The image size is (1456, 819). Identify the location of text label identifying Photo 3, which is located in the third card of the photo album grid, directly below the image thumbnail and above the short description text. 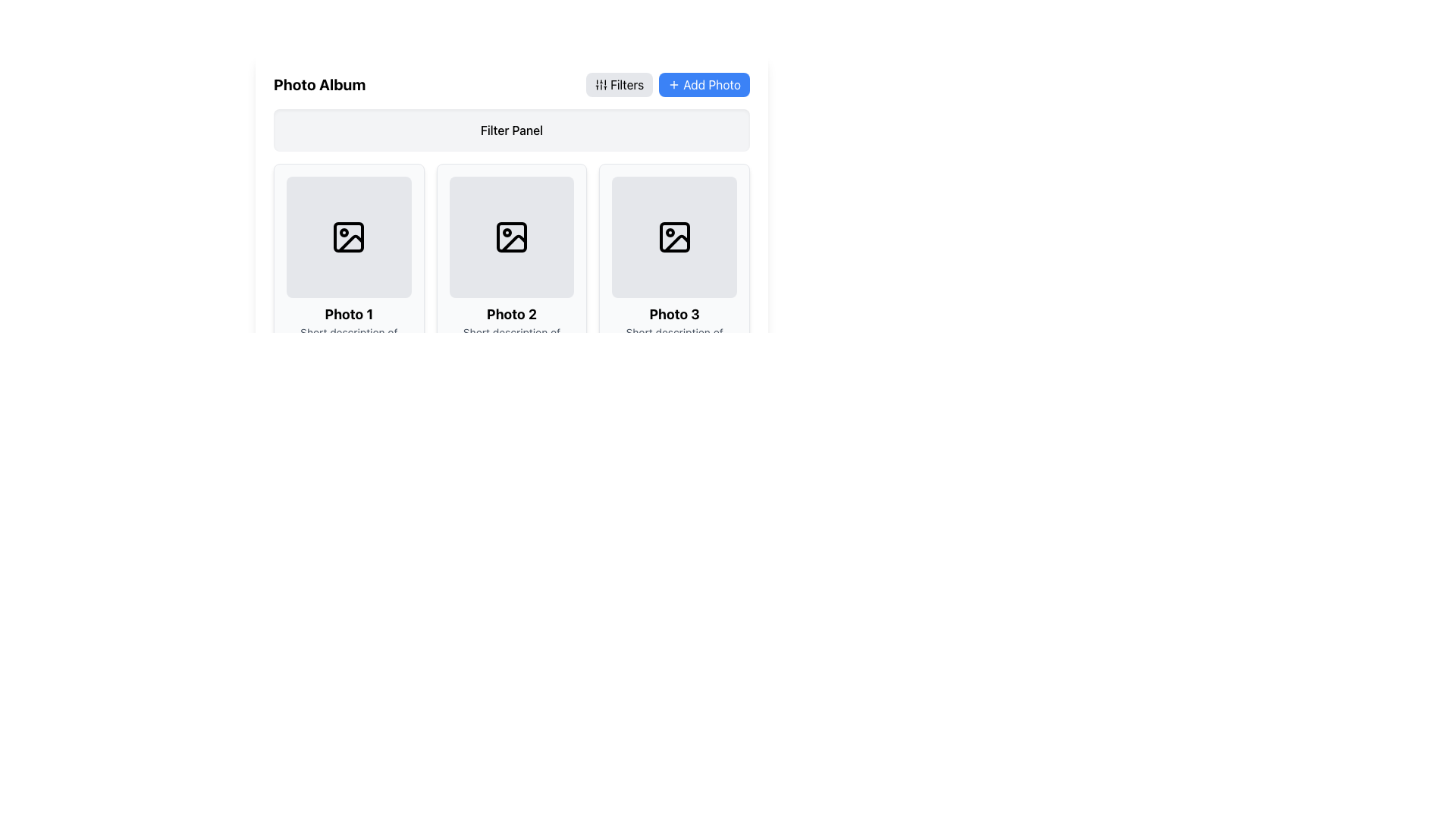
(673, 314).